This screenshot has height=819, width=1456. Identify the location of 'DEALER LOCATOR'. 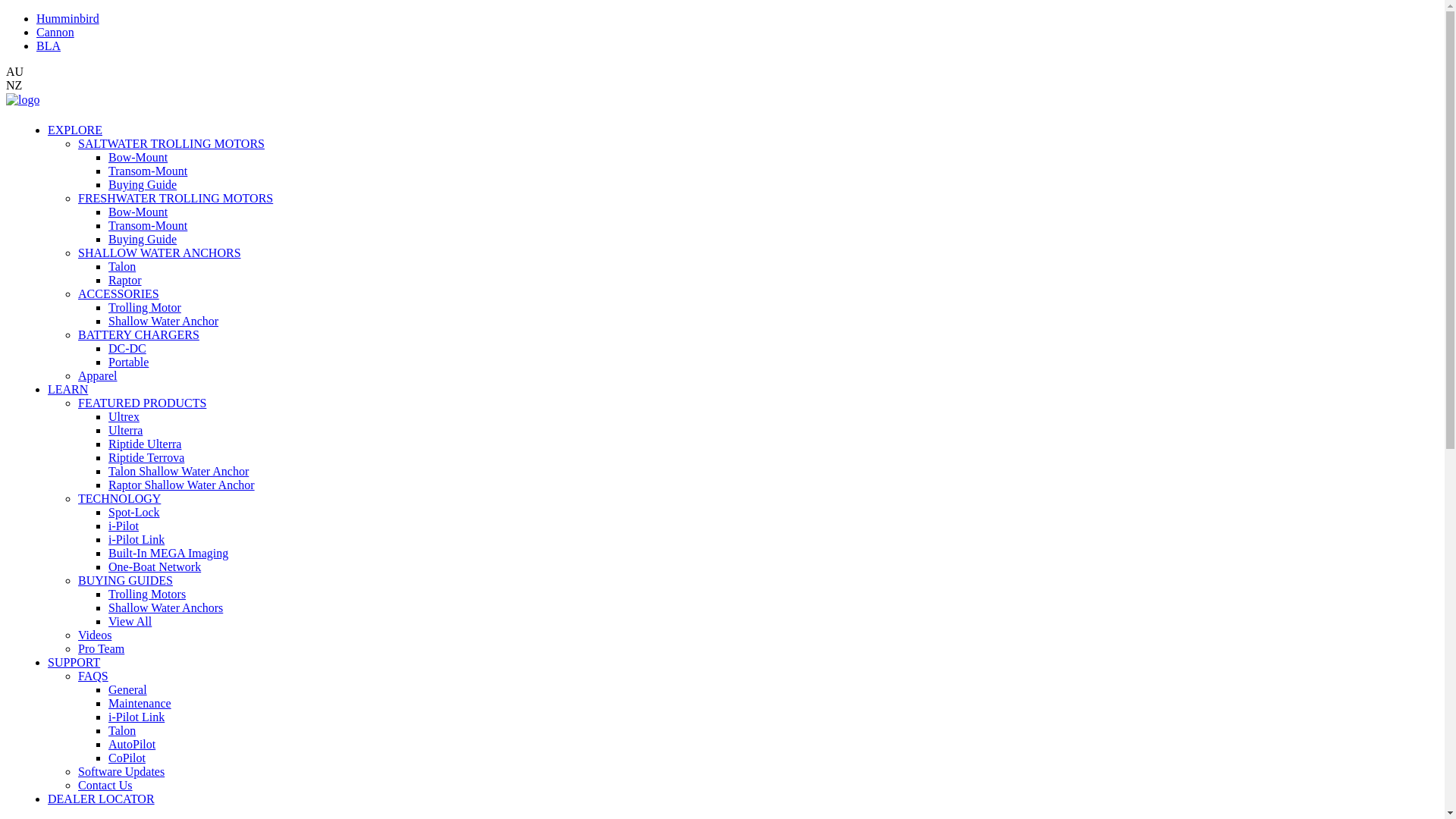
(100, 798).